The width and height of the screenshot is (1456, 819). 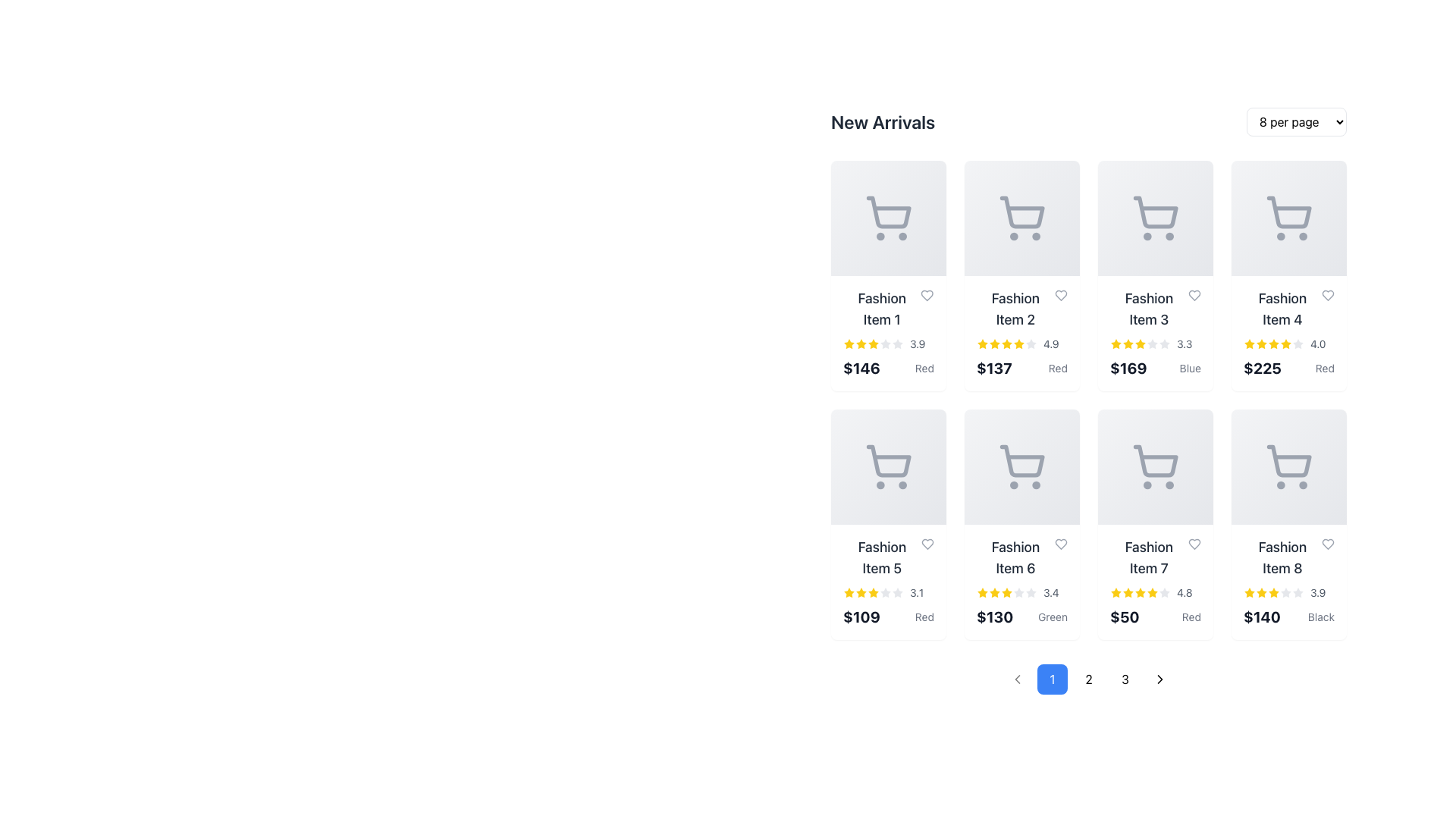 What do you see at coordinates (983, 344) in the screenshot?
I see `the state of the first star icon in the five-star rating system for the 'Fashion Item 2' product card` at bounding box center [983, 344].